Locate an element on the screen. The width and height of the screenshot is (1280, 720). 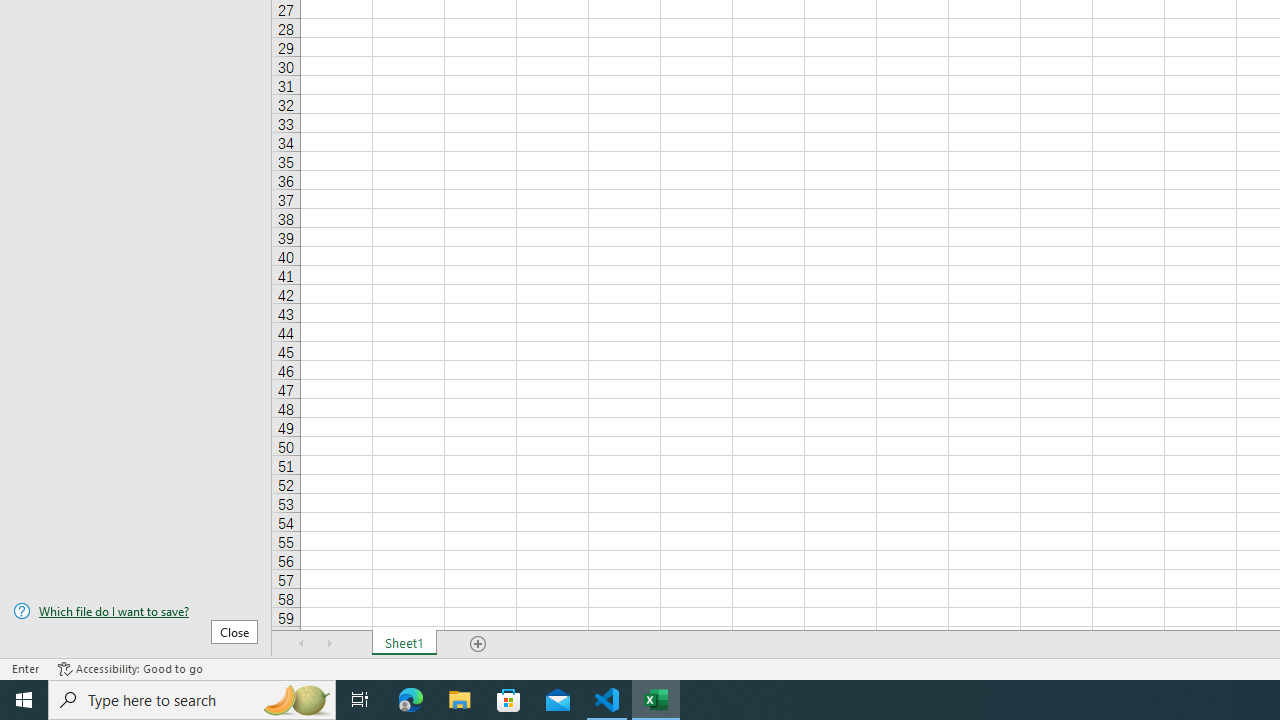
'Sheet1' is located at coordinates (403, 644).